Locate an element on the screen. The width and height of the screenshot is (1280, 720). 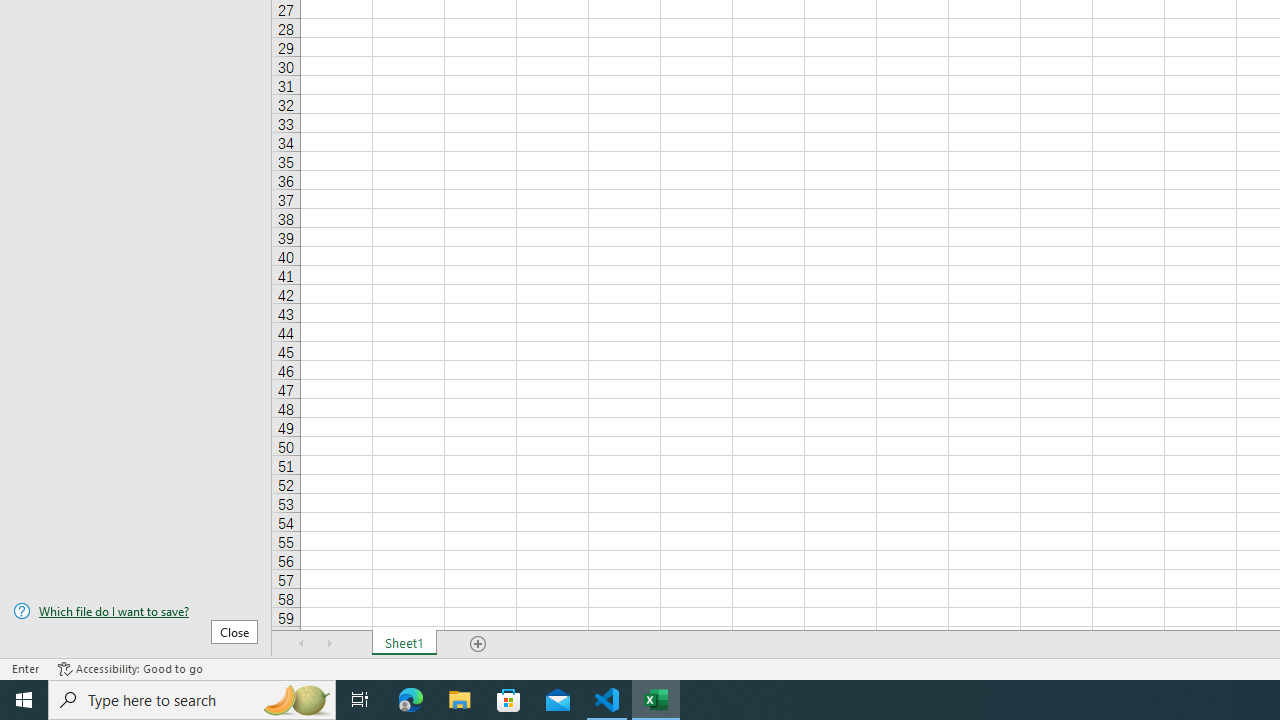
'Sheet1' is located at coordinates (403, 644).